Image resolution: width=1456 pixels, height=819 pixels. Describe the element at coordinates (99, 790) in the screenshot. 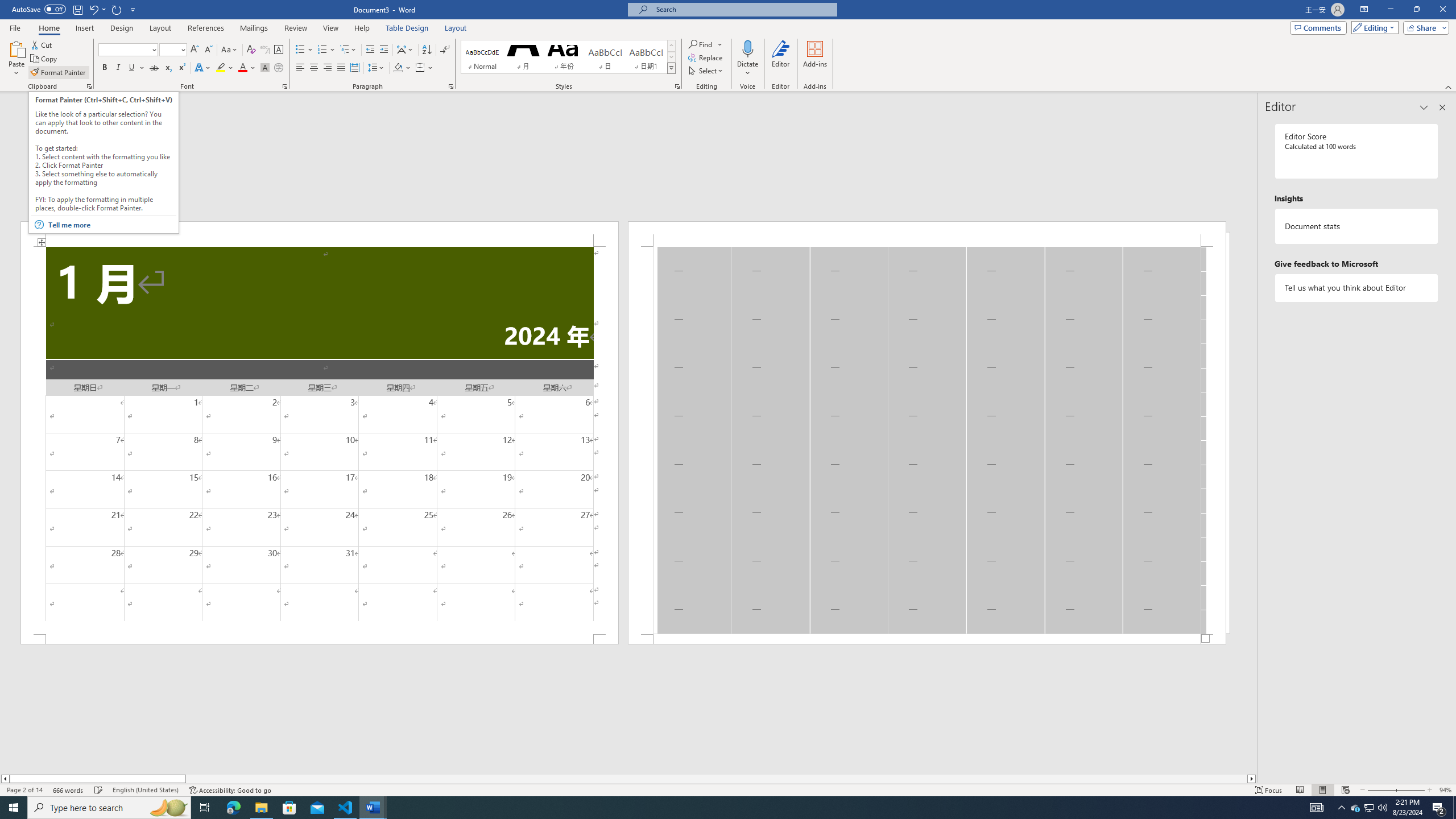

I see `'Spelling and Grammar Check Checking'` at that location.